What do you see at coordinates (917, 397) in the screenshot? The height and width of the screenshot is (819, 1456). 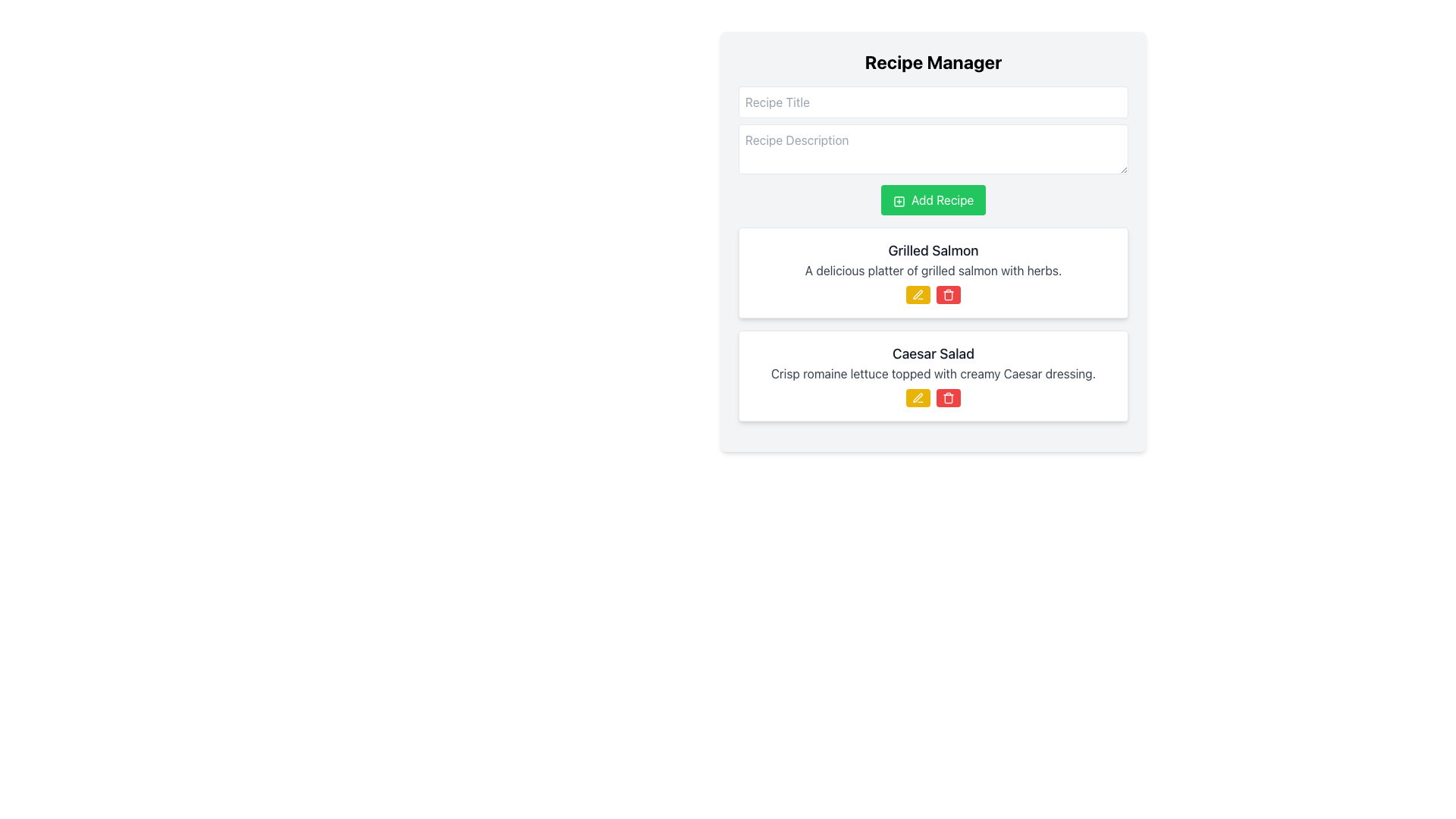 I see `the edit button for the 'Caesar Salad' item` at bounding box center [917, 397].